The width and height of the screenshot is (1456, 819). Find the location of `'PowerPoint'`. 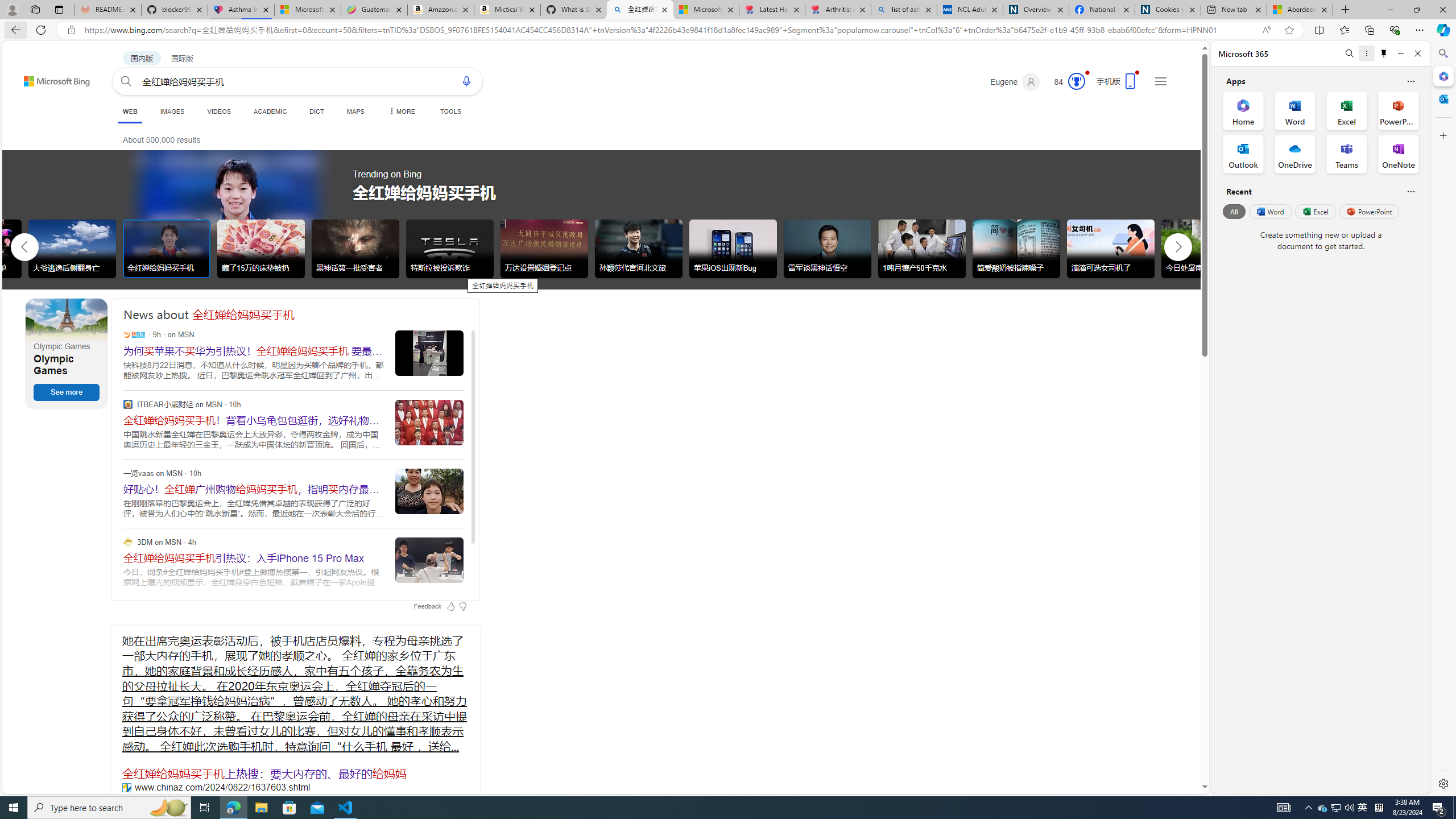

'PowerPoint' is located at coordinates (1368, 211).